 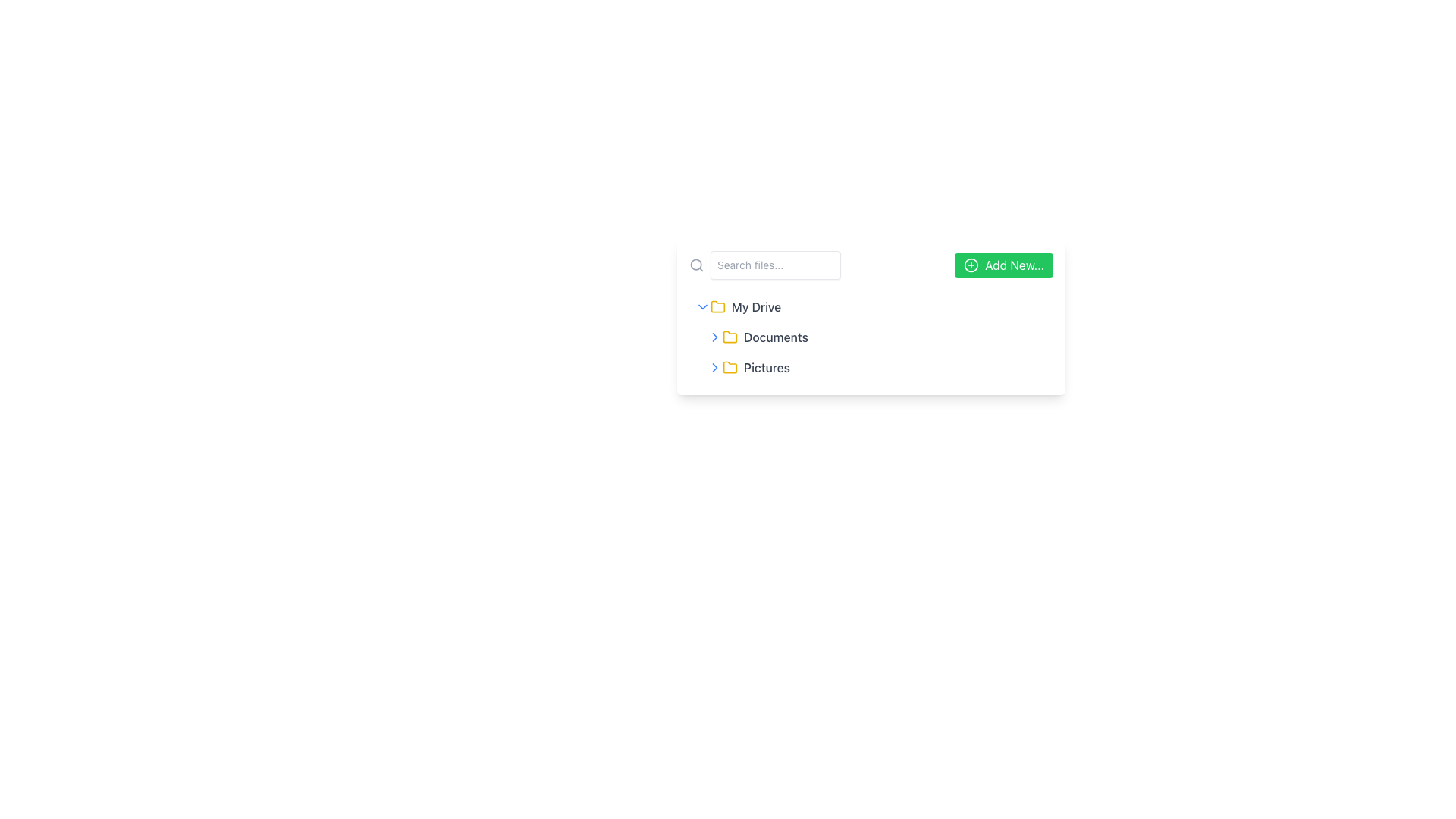 I want to click on the chevron icon on the left side of the Pictures folder row in the file navigation list, so click(x=714, y=368).